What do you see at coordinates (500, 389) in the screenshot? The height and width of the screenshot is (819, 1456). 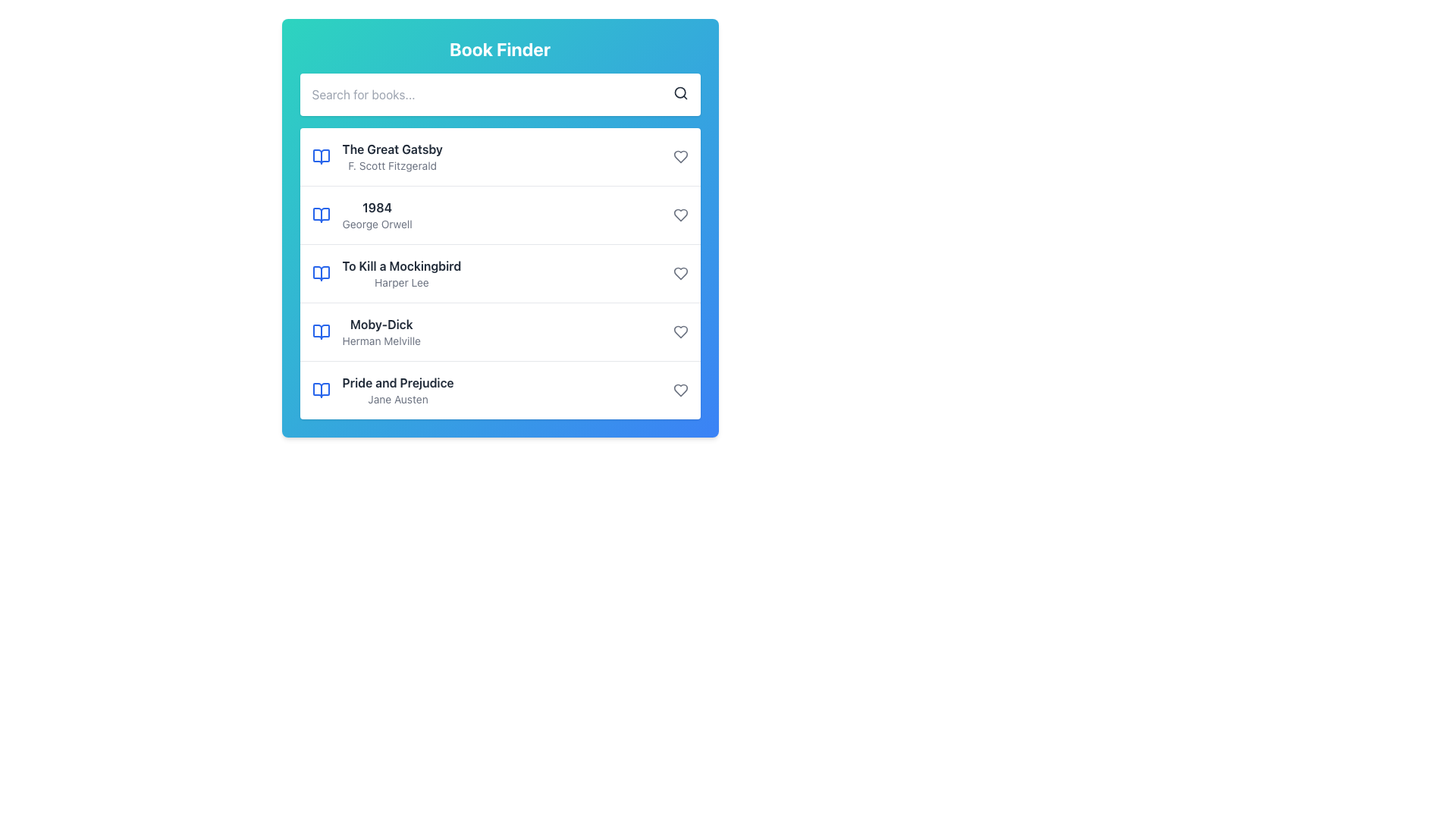 I see `the fifth book entry in the list` at bounding box center [500, 389].